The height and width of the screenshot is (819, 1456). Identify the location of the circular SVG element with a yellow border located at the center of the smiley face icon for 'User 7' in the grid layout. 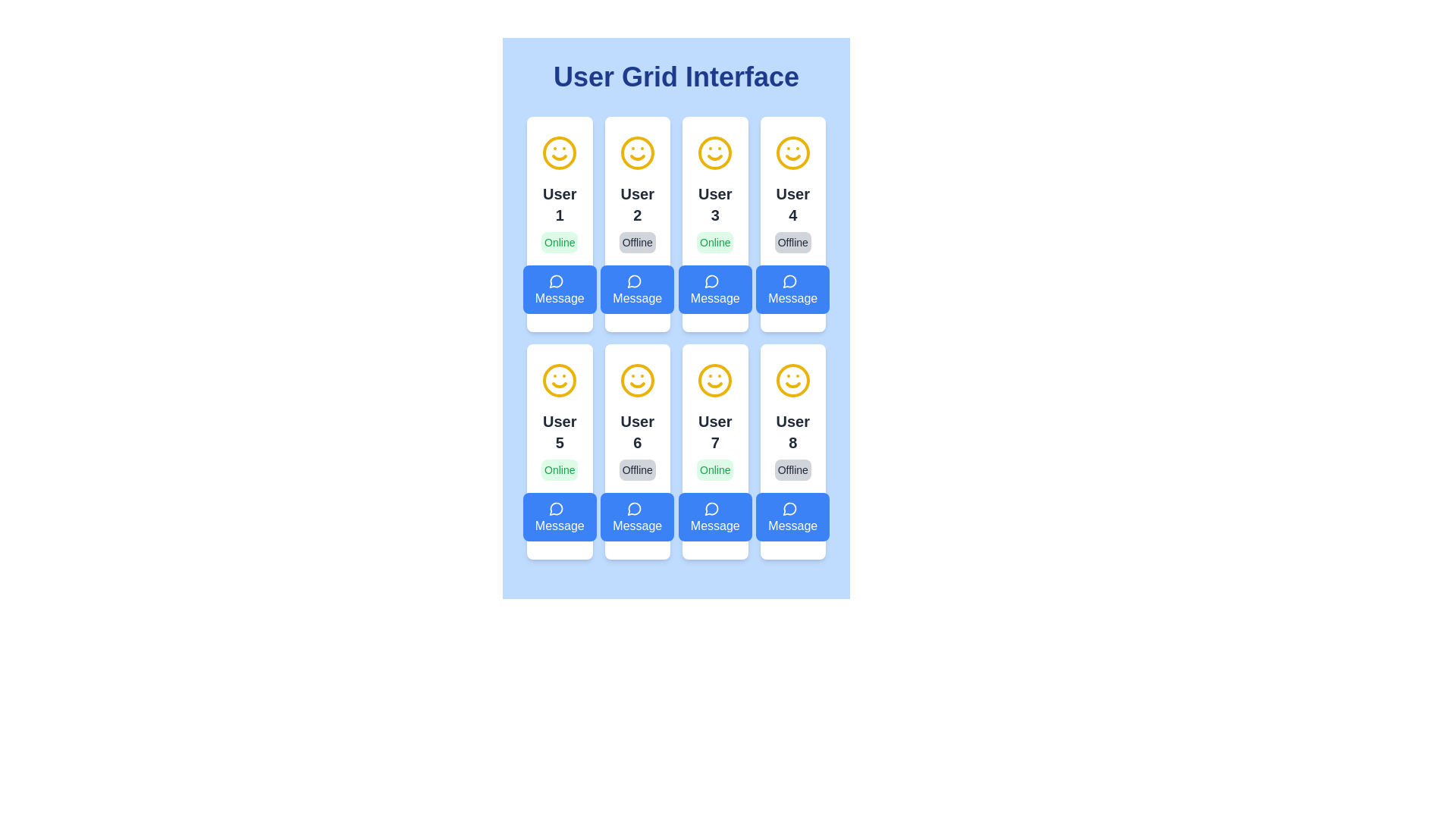
(714, 379).